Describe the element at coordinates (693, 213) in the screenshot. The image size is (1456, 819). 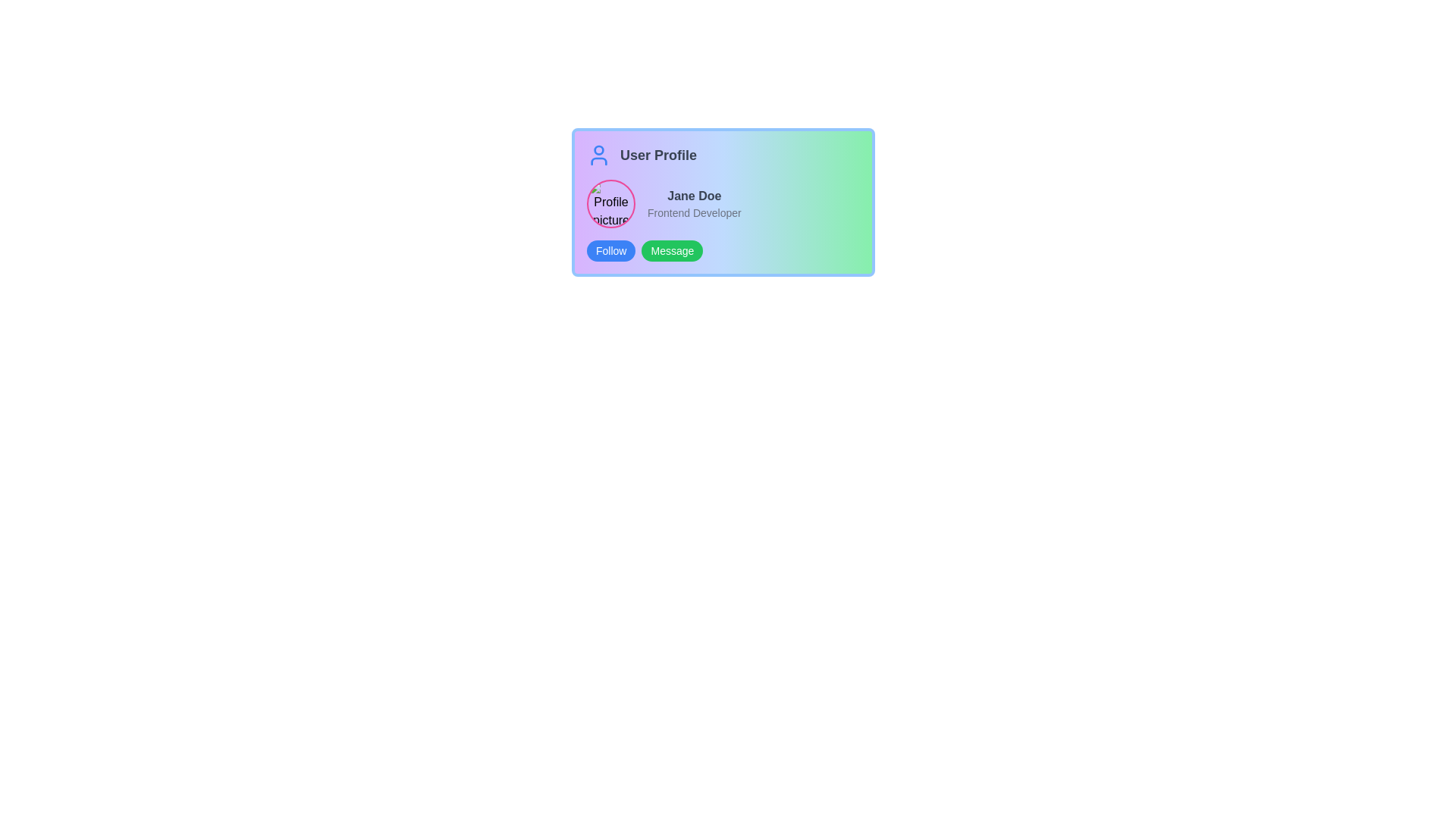
I see `the text label that says 'Frontend Developer' located in the upper-right section of the 'User Profile' UI card` at that location.